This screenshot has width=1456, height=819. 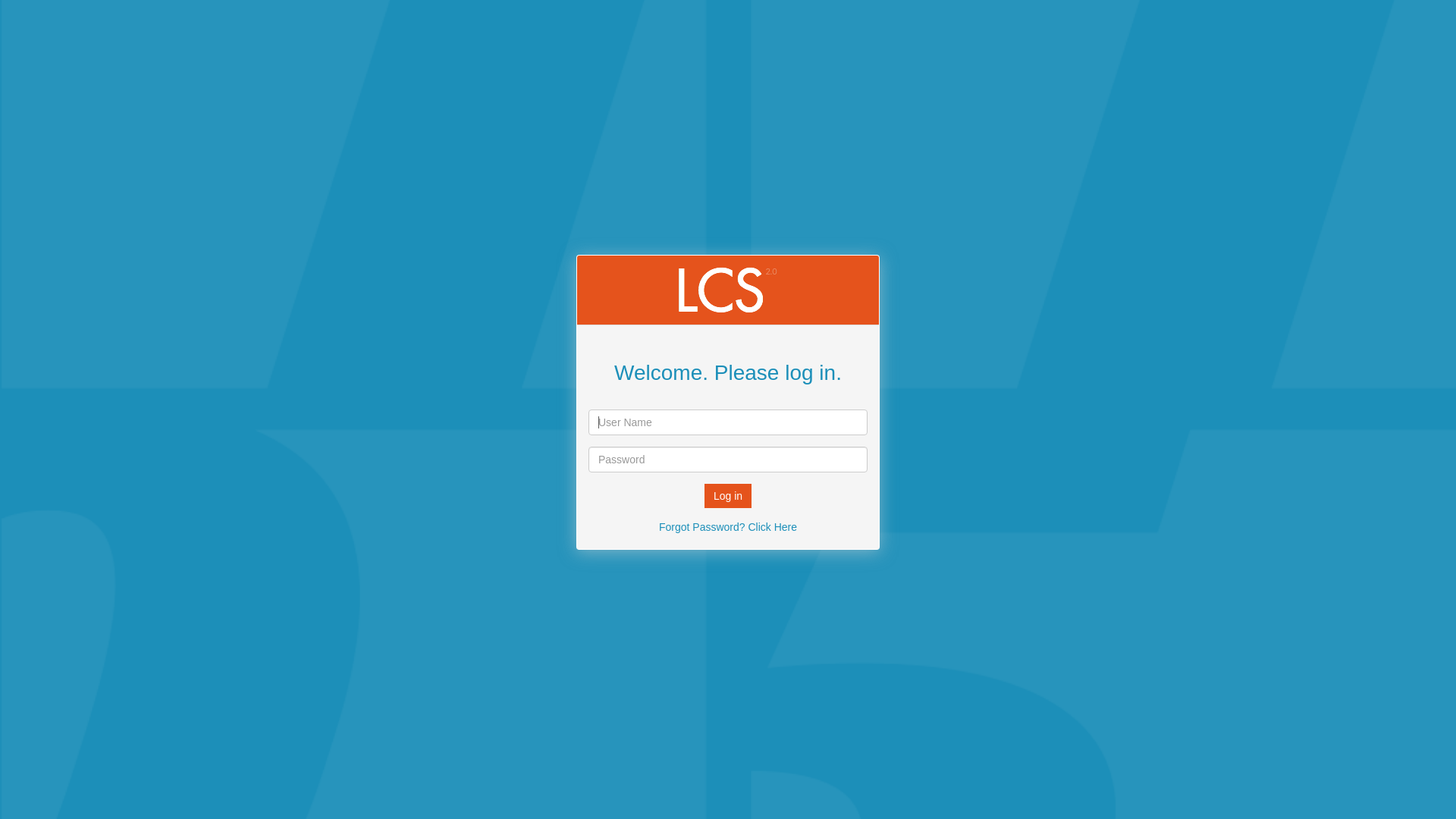 I want to click on 'Log in', so click(x=728, y=496).